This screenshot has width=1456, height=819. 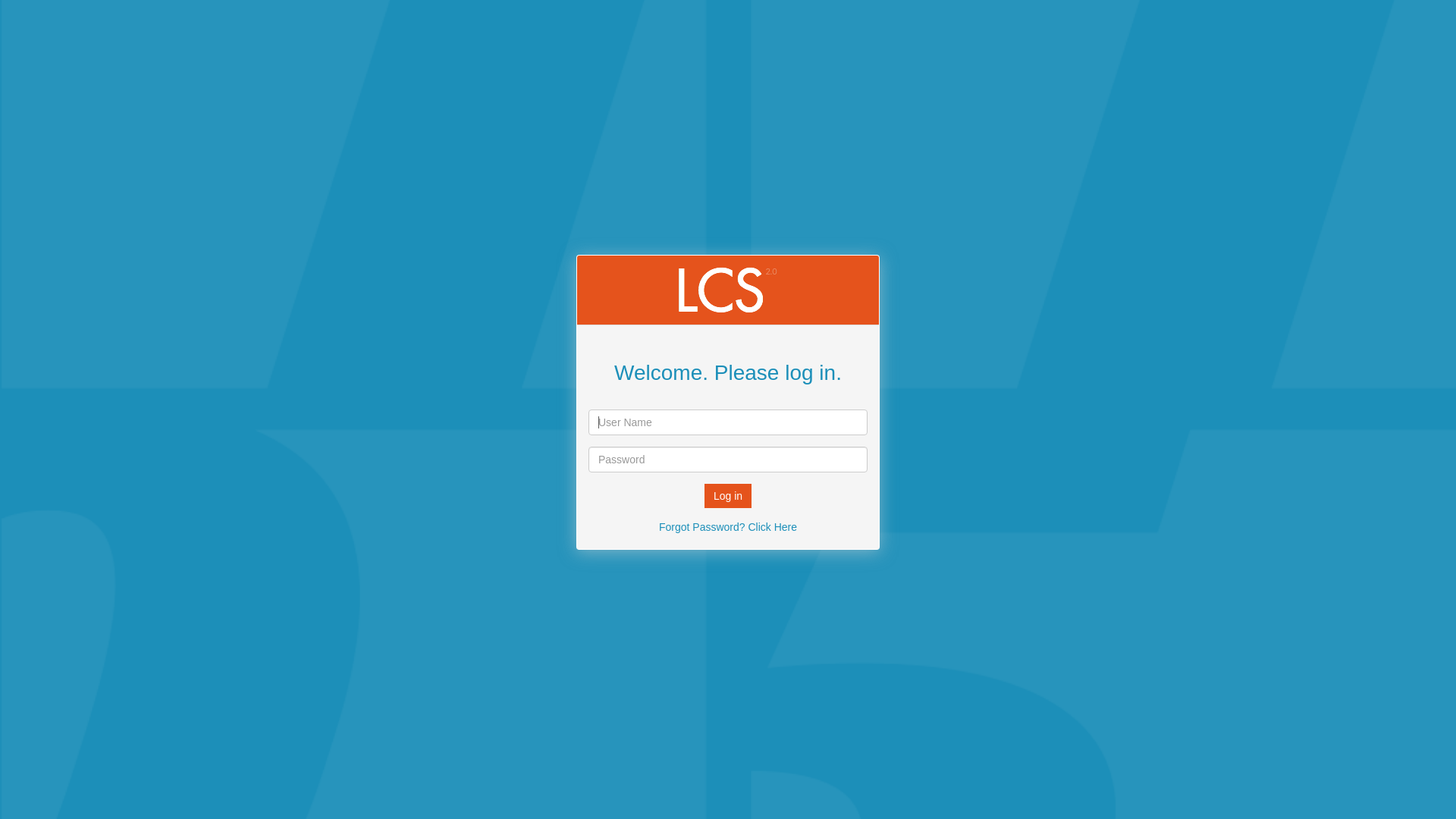 I want to click on 'Log in', so click(x=728, y=496).